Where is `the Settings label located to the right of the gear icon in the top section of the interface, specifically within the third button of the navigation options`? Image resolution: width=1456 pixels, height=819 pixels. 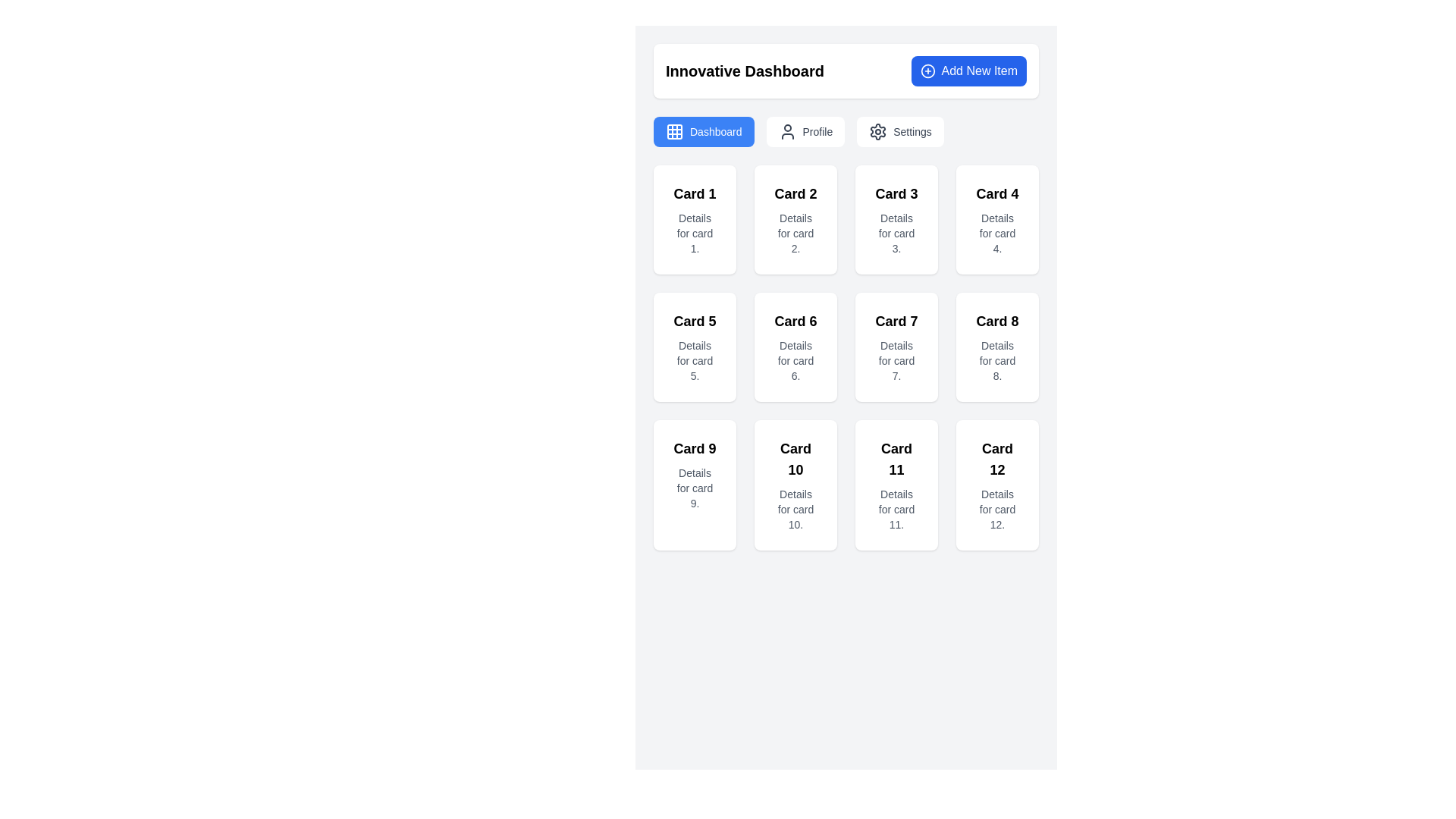 the Settings label located to the right of the gear icon in the top section of the interface, specifically within the third button of the navigation options is located at coordinates (912, 130).